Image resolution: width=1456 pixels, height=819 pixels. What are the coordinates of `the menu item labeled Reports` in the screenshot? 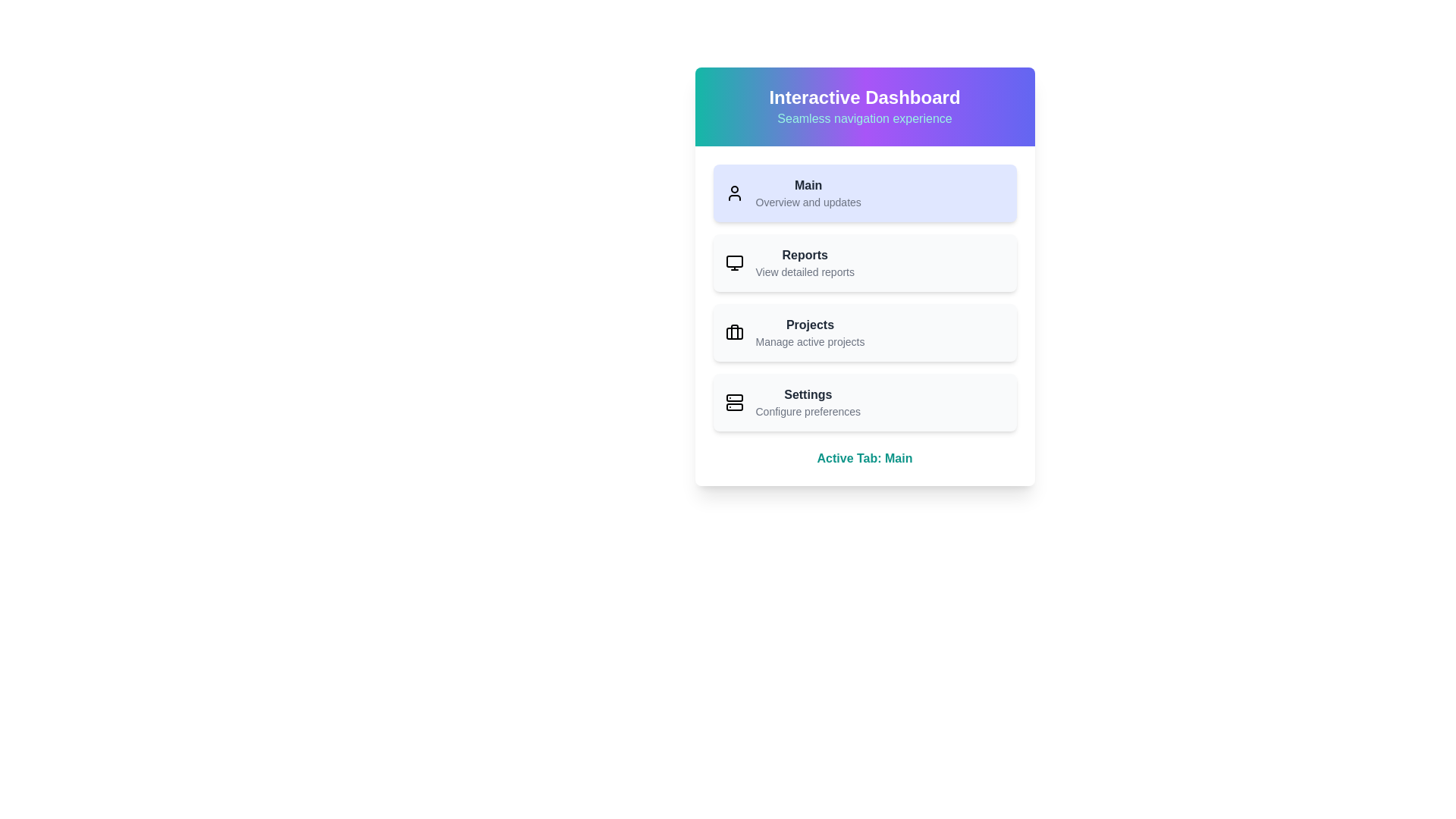 It's located at (864, 262).